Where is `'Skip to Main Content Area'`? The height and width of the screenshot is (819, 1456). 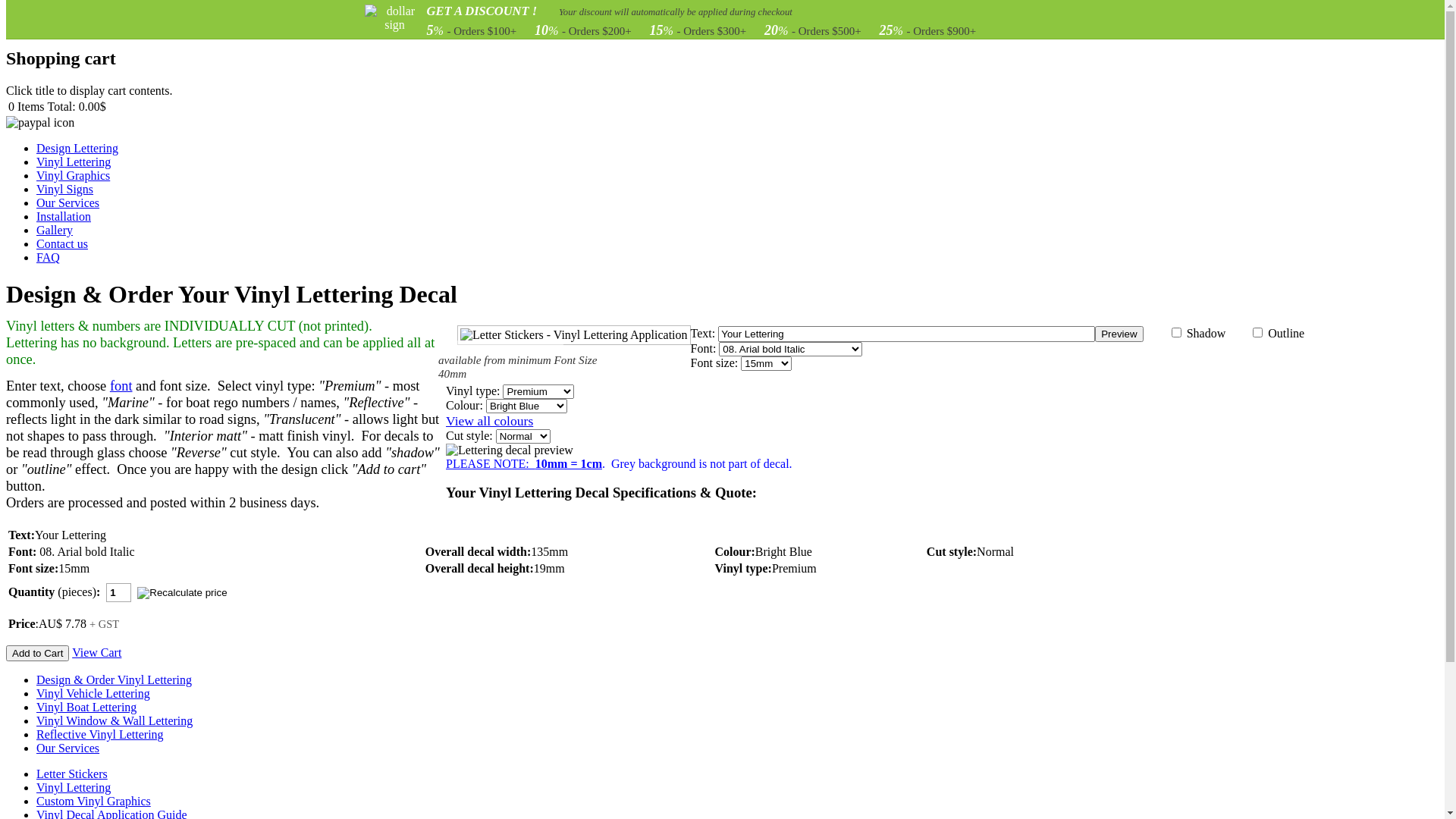
'Skip to Main Content Area' is located at coordinates (71, 12).